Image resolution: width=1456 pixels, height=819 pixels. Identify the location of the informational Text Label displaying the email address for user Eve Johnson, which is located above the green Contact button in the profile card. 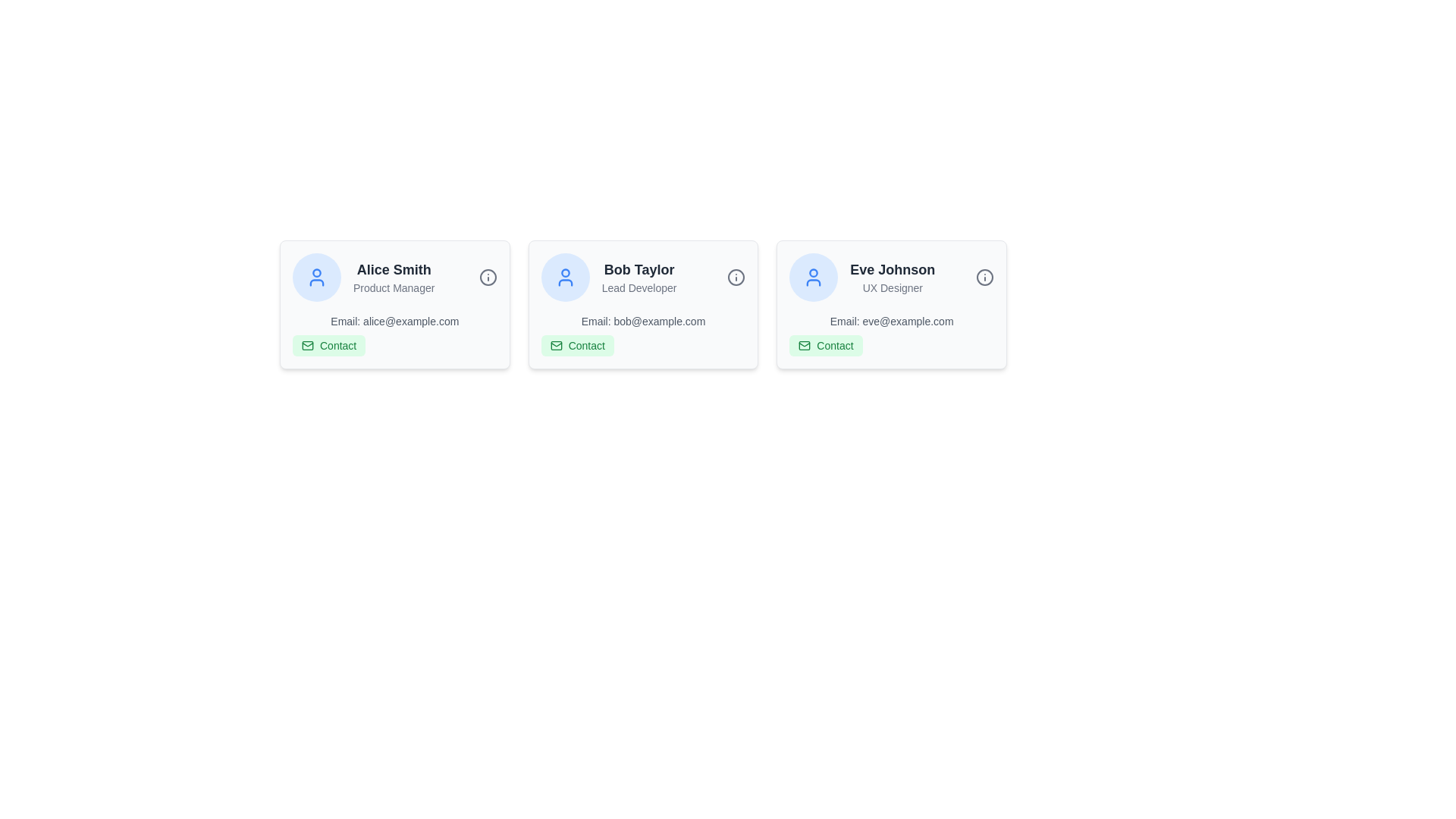
(892, 321).